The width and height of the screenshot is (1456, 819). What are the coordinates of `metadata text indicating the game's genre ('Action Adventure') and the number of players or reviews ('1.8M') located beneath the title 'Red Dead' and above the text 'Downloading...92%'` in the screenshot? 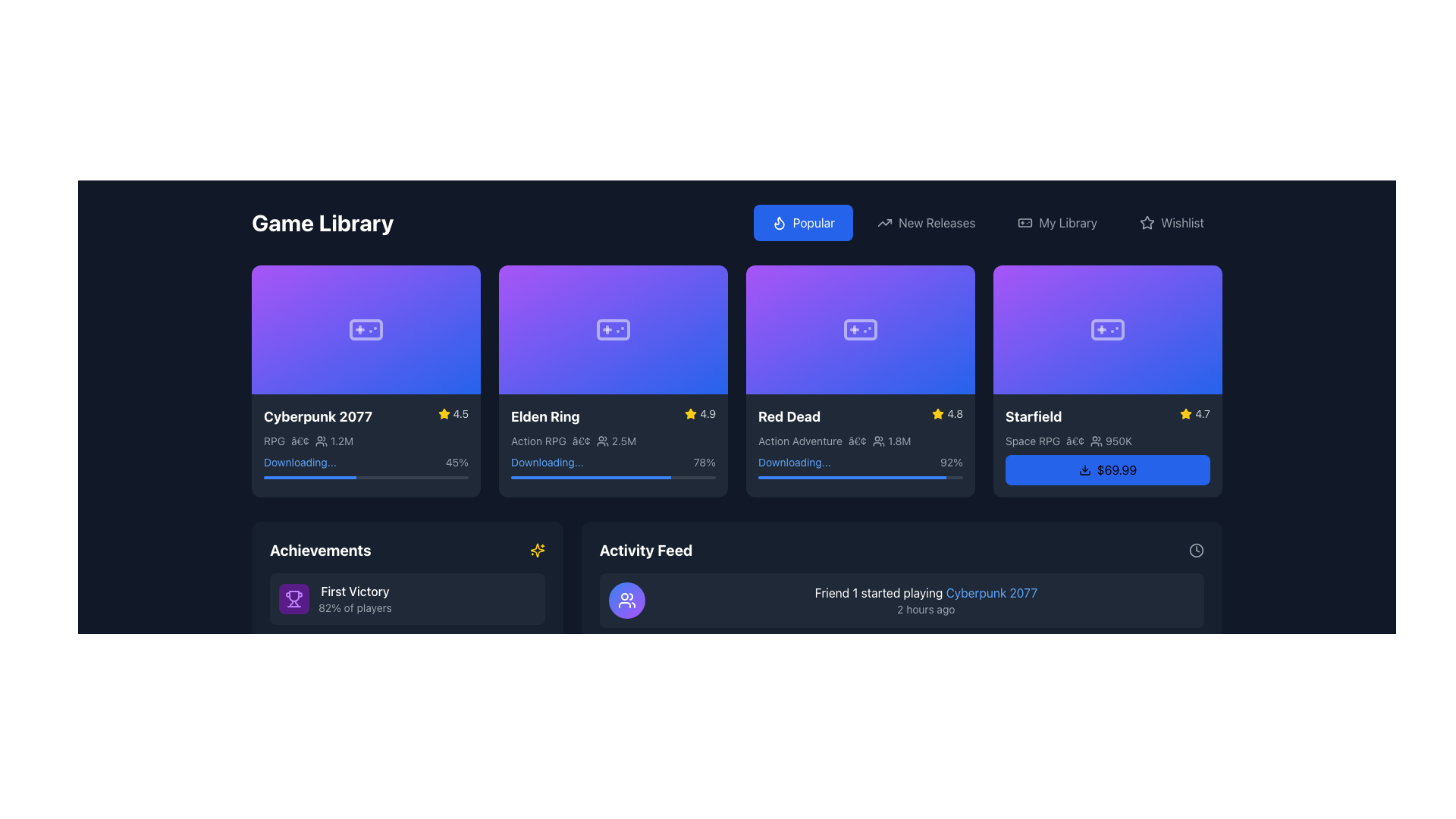 It's located at (860, 441).